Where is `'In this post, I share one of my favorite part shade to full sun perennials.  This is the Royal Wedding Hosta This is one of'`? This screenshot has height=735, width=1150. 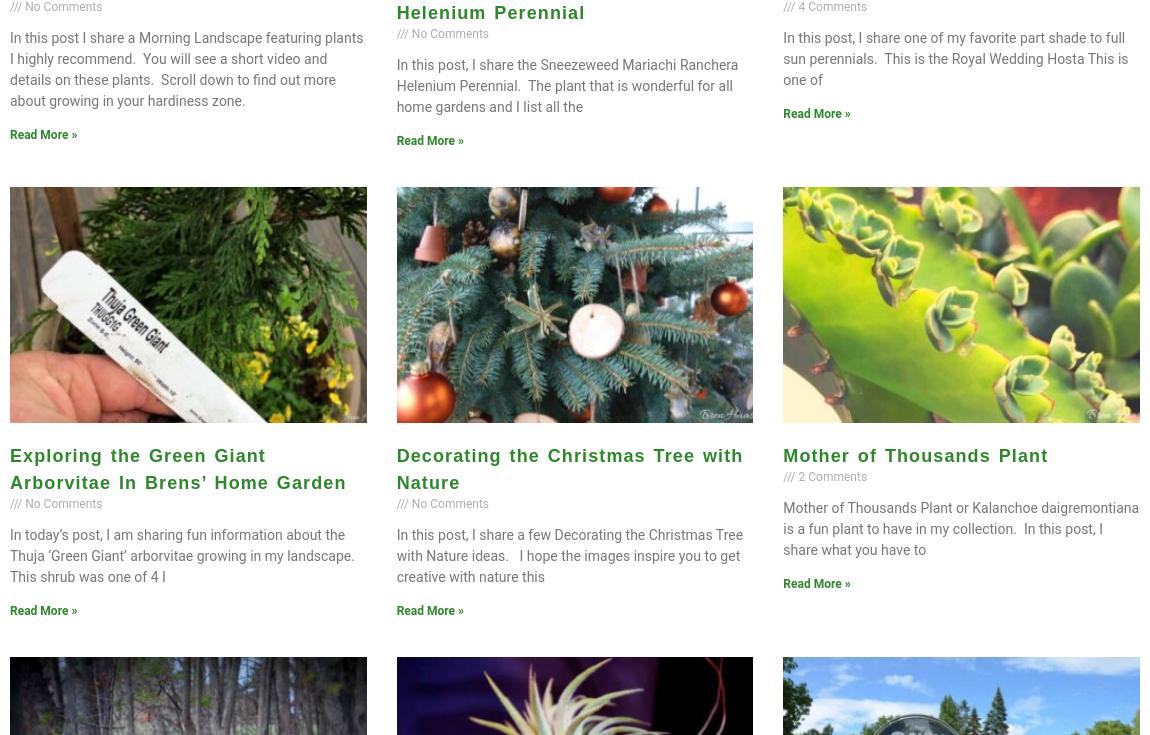 'In this post, I share one of my favorite part shade to full sun perennials.  This is the Royal Wedding Hosta This is one of' is located at coordinates (955, 59).